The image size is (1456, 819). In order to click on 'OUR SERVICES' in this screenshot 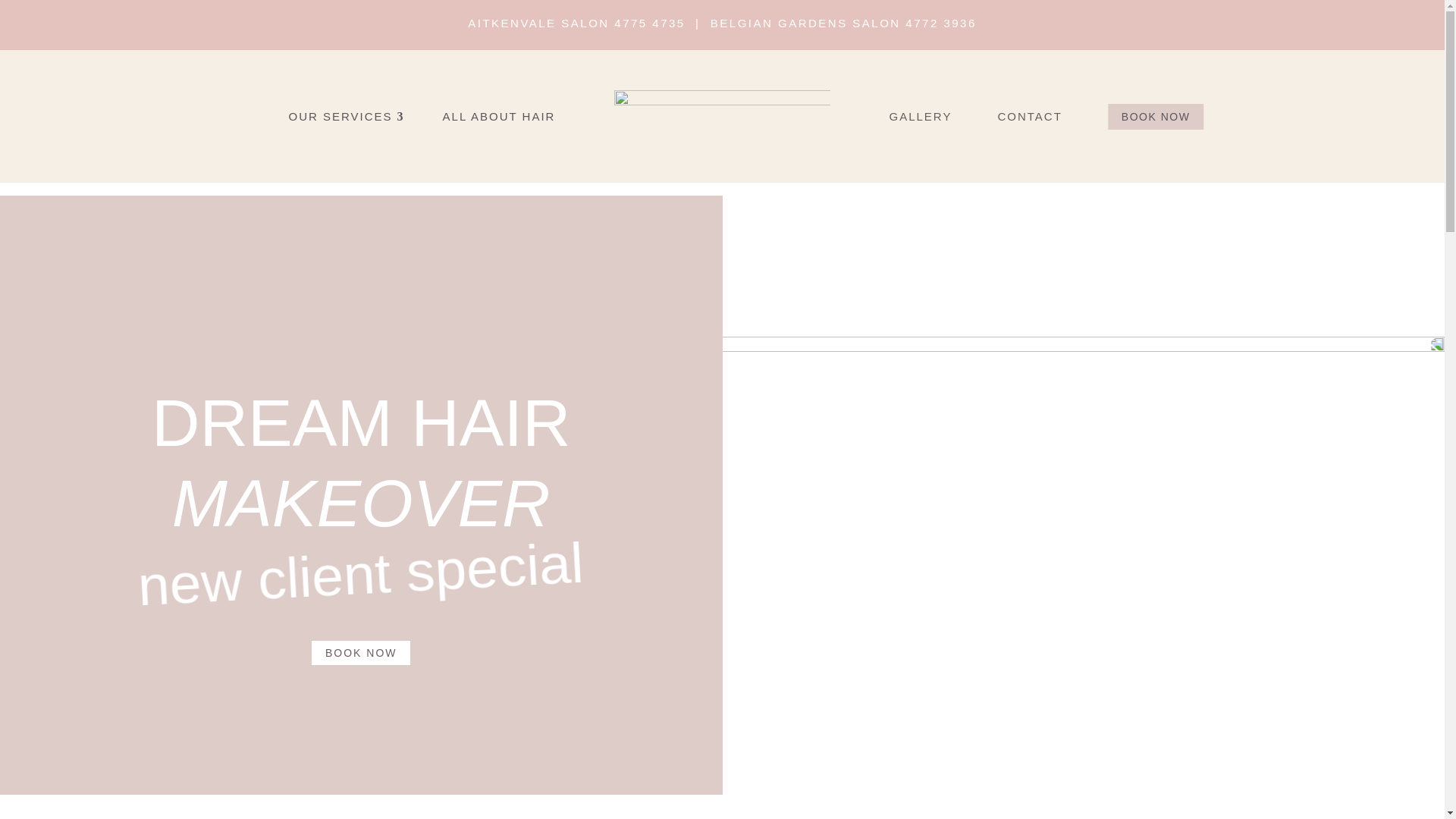, I will do `click(326, 115)`.